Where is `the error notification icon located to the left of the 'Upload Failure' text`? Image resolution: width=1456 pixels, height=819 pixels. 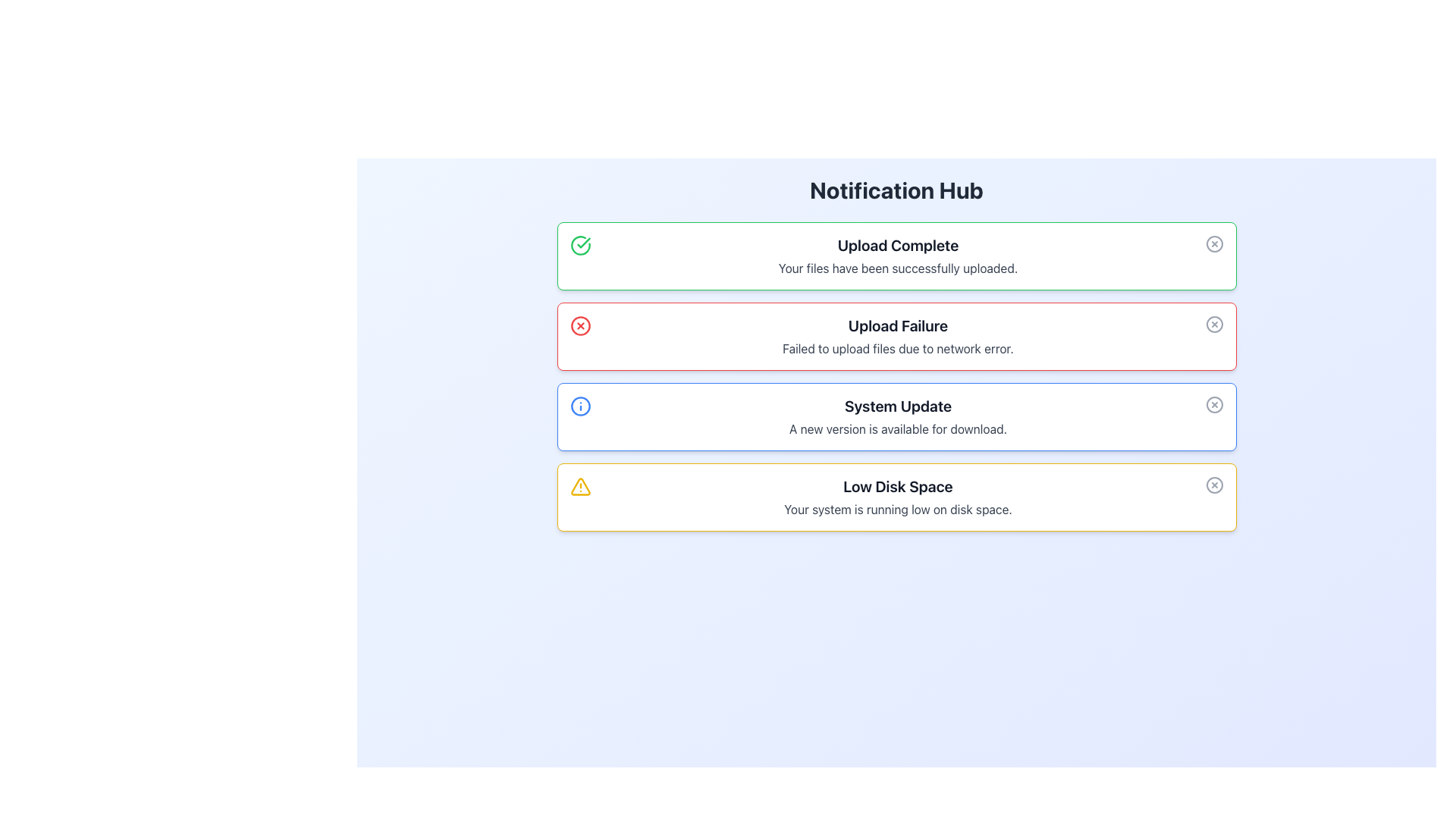
the error notification icon located to the left of the 'Upload Failure' text is located at coordinates (579, 325).